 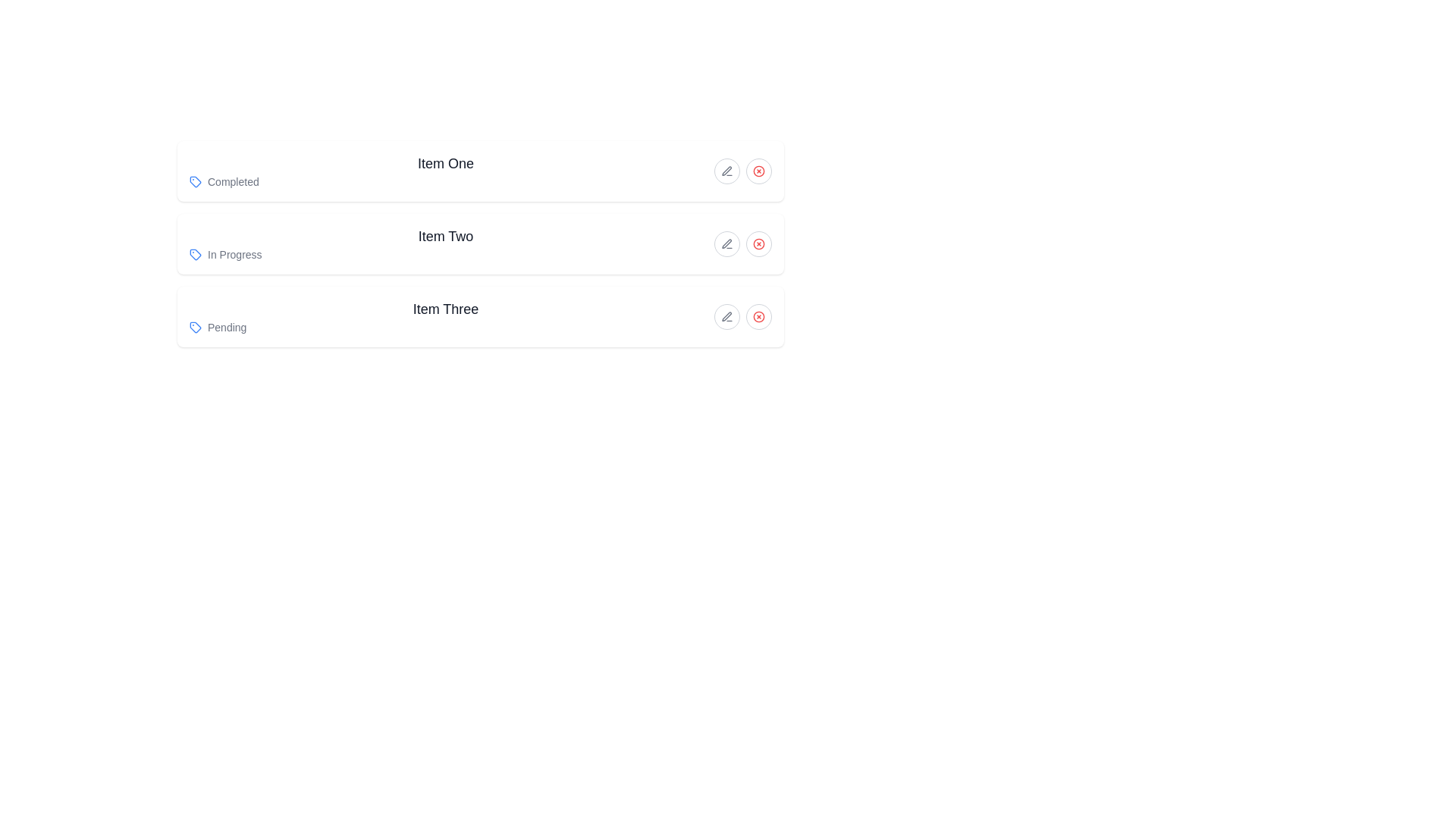 I want to click on the delete button associated with 'Item Two', so click(x=759, y=243).